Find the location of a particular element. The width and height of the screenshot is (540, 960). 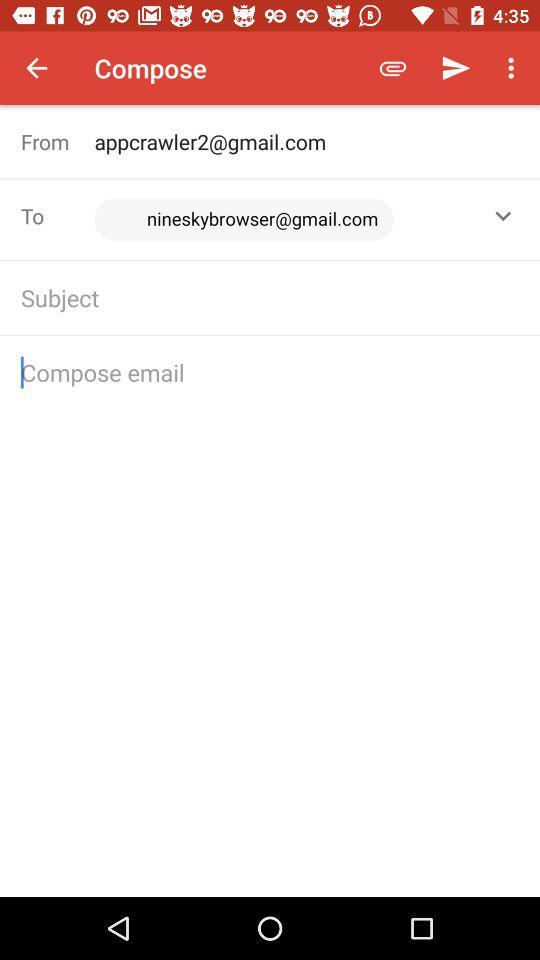

the expand_more icon is located at coordinates (502, 216).